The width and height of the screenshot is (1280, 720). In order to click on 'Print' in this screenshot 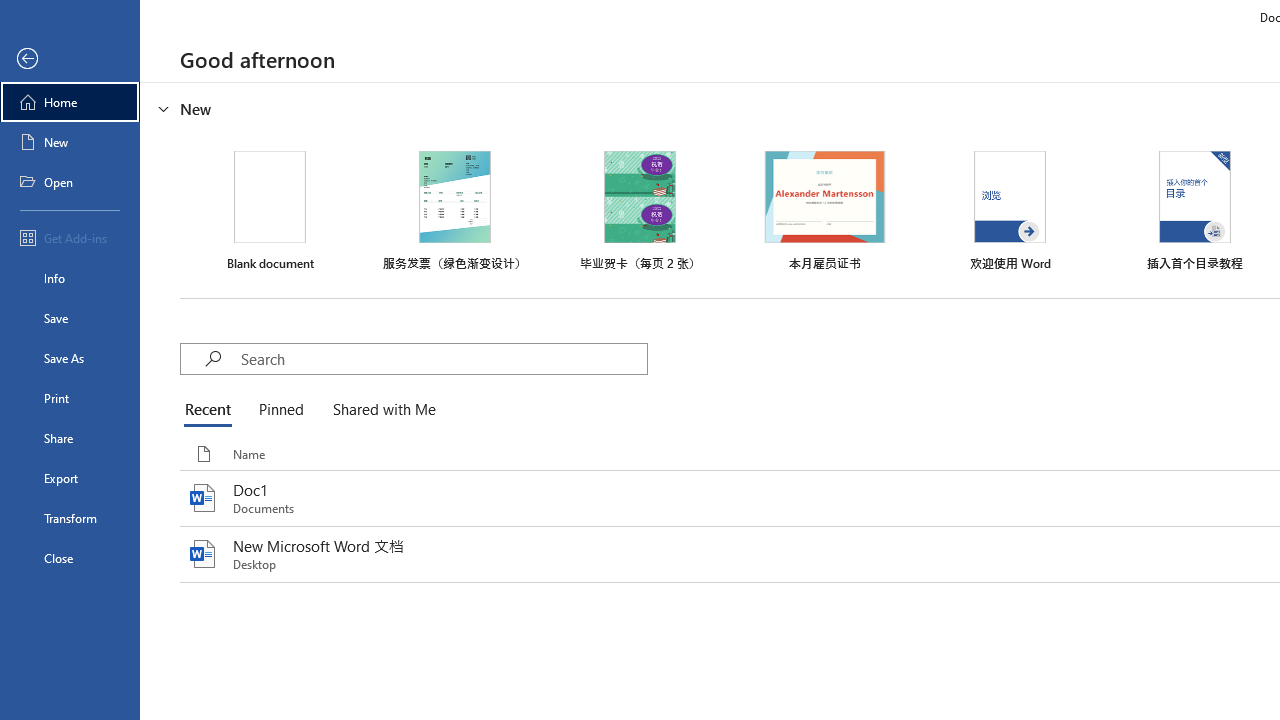, I will do `click(69, 398)`.